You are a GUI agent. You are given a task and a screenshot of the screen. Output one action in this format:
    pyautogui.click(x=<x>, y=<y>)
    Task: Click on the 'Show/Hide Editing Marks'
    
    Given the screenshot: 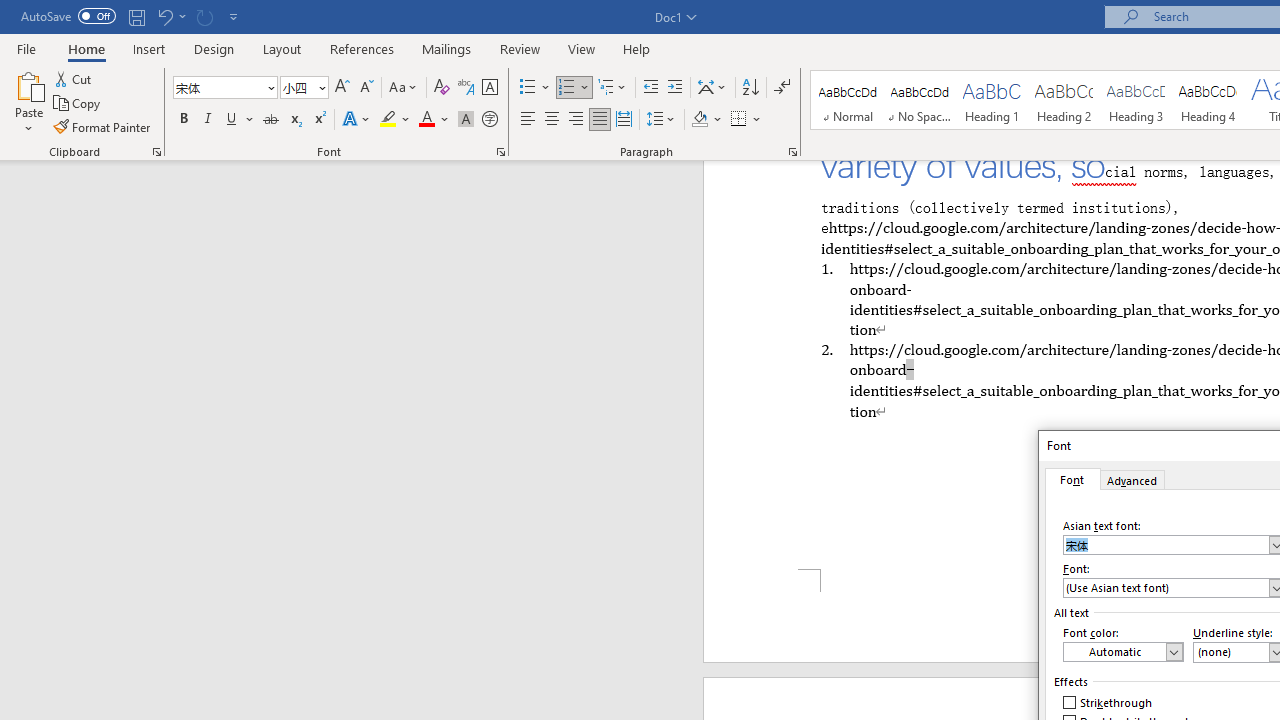 What is the action you would take?
    pyautogui.click(x=781, y=86)
    